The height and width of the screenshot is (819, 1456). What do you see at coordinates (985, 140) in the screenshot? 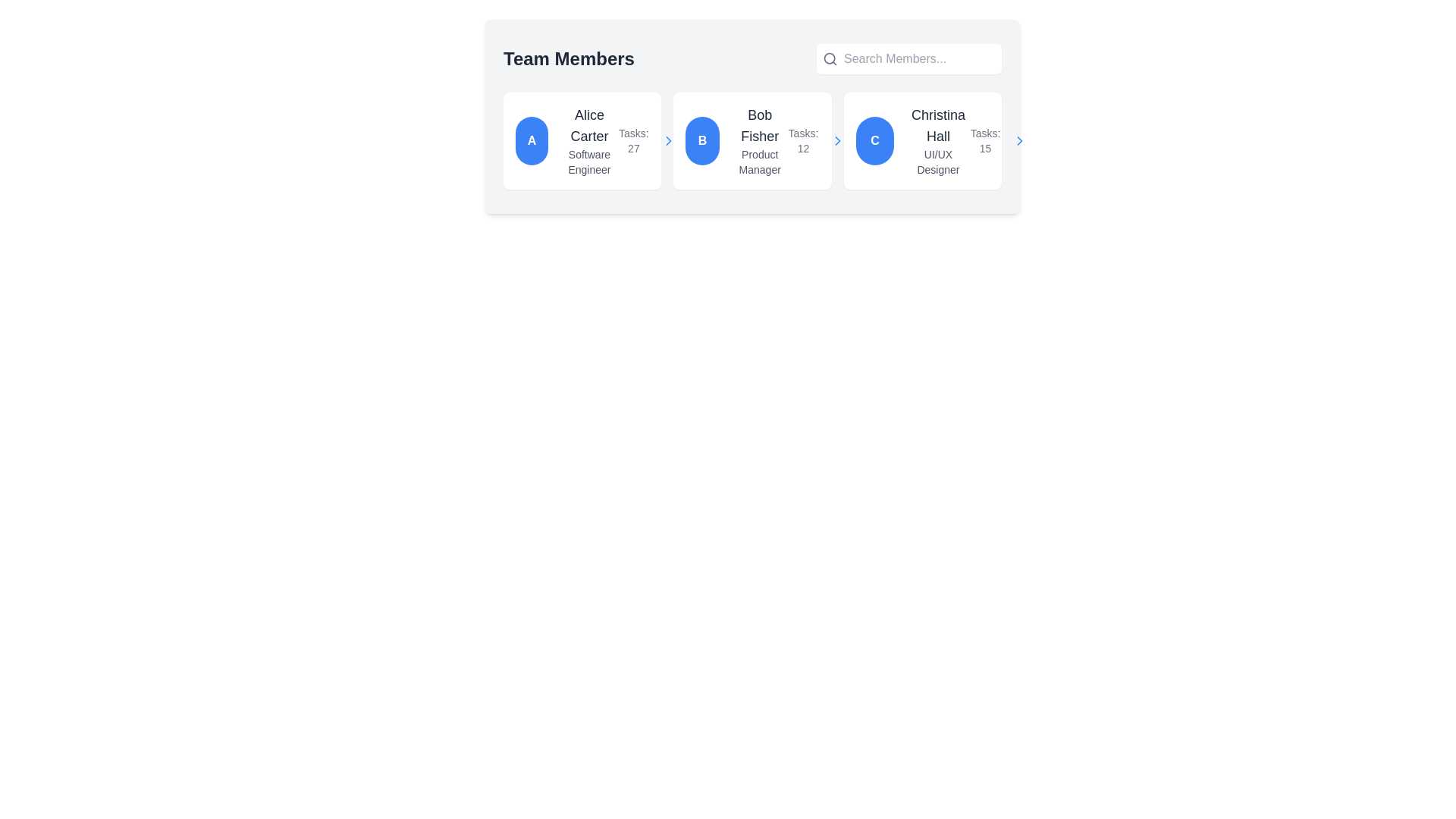
I see `the informational text label indicating the number of tasks assigned to Christina Hall within her profile card` at bounding box center [985, 140].